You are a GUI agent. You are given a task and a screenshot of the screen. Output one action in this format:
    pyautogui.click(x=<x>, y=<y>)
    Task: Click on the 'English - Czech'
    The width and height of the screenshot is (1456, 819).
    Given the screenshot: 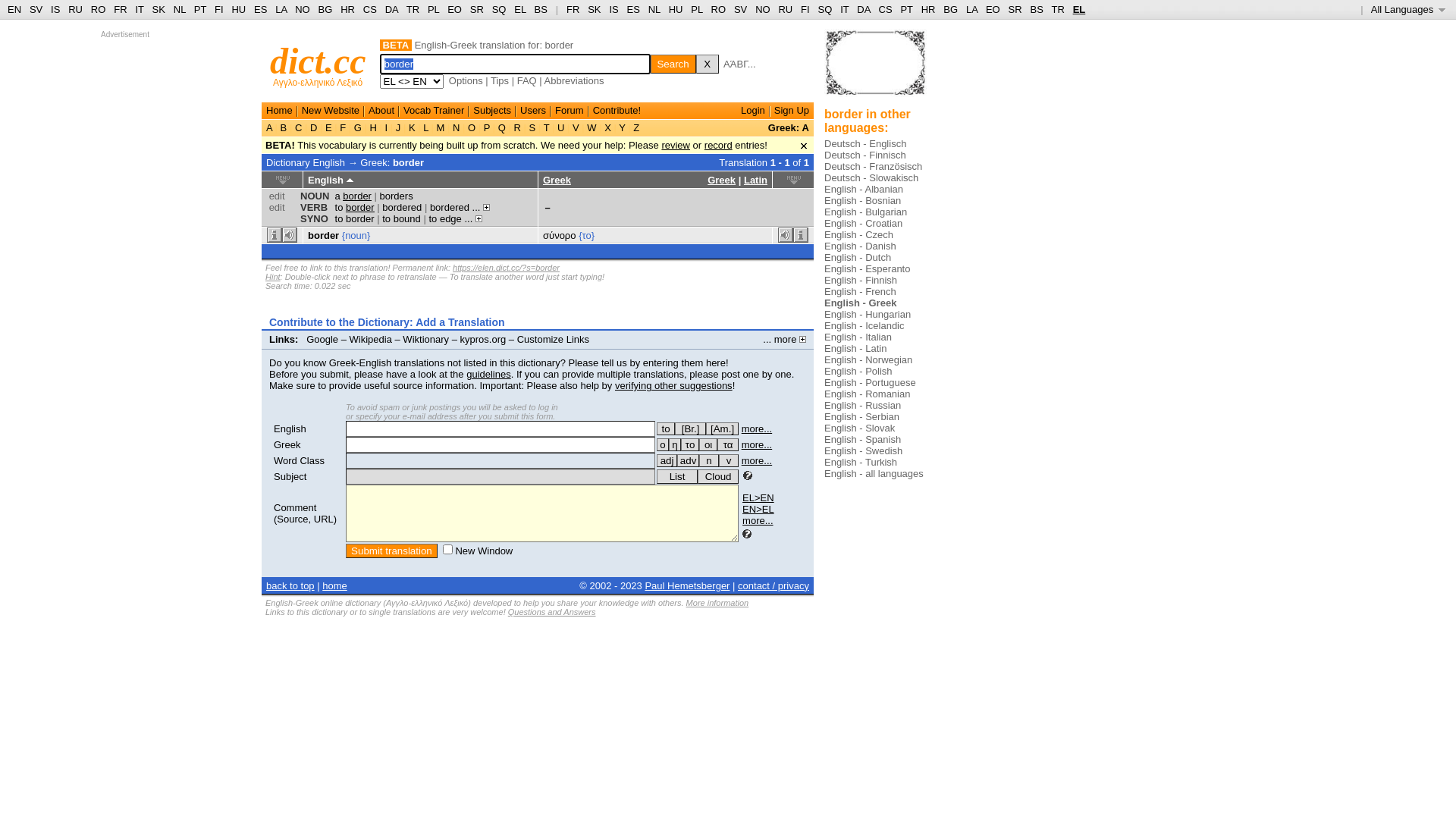 What is the action you would take?
    pyautogui.click(x=858, y=234)
    